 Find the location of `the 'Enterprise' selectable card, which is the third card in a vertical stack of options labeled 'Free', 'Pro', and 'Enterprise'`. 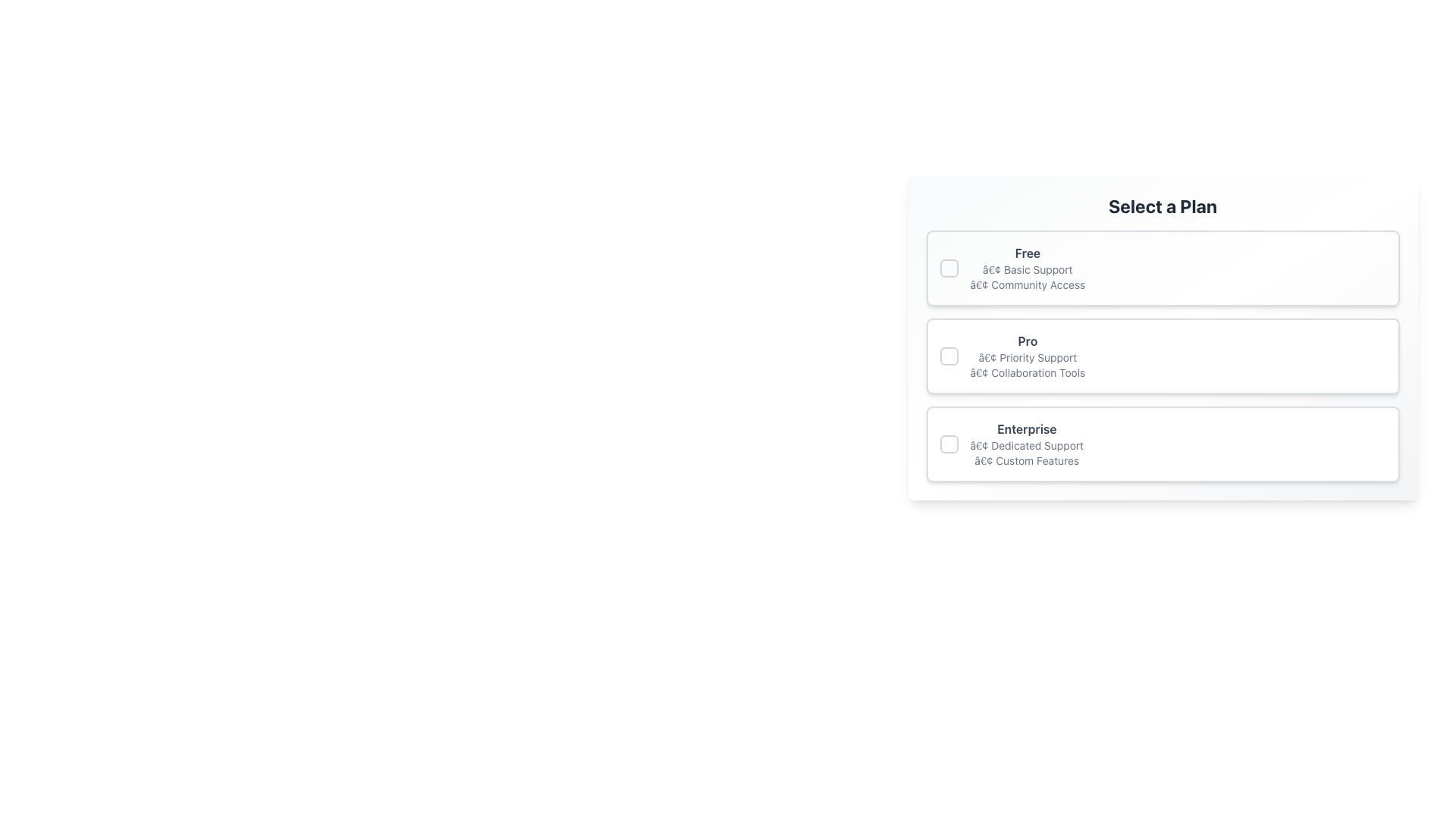

the 'Enterprise' selectable card, which is the third card in a vertical stack of options labeled 'Free', 'Pro', and 'Enterprise' is located at coordinates (1162, 444).